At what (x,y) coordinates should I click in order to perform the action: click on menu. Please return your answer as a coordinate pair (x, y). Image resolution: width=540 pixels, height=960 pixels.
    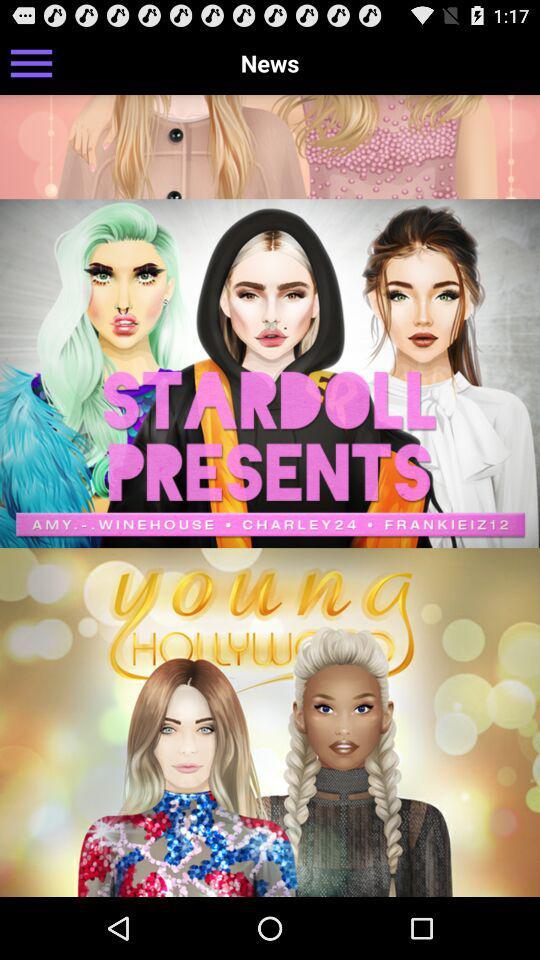
    Looking at the image, I should click on (30, 62).